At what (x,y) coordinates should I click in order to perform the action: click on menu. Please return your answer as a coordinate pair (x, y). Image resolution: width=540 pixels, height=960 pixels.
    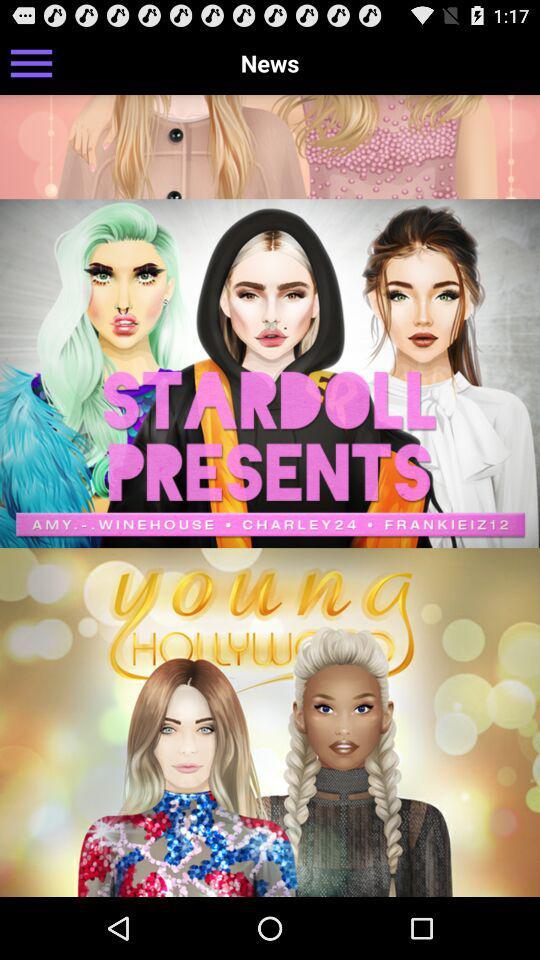
    Looking at the image, I should click on (30, 62).